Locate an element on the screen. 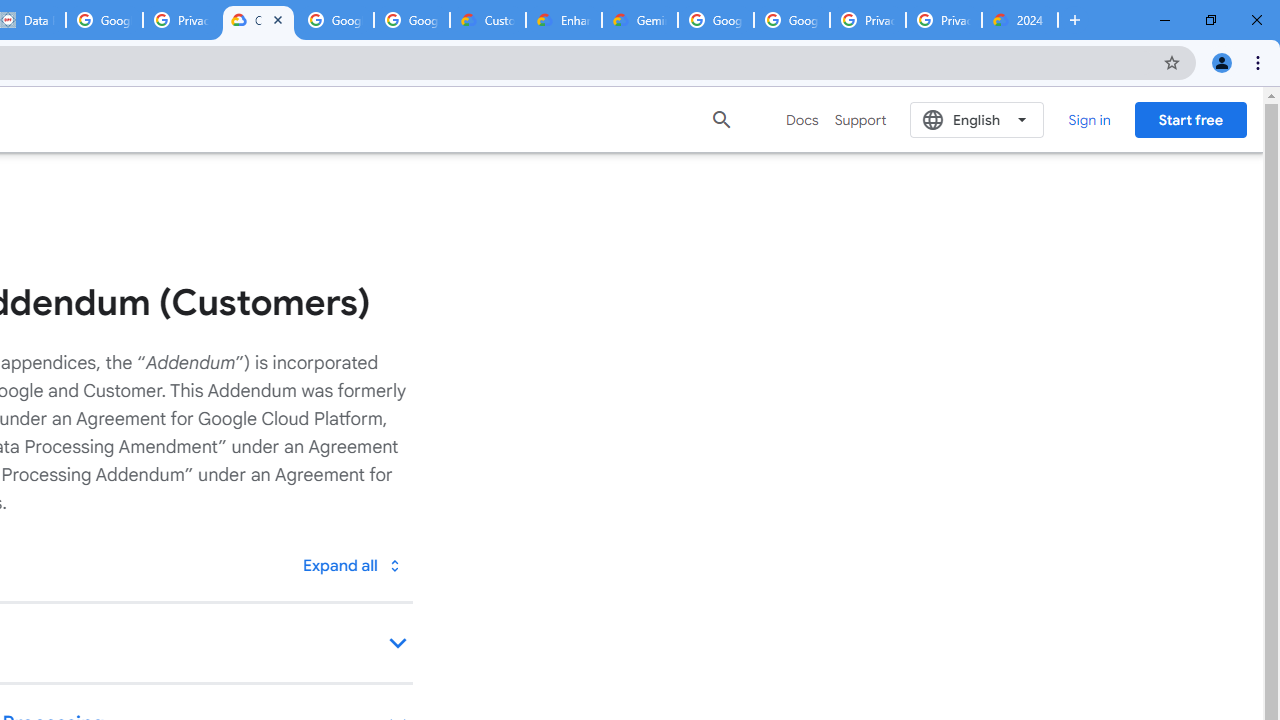  'Gemini for Business and Developers | Google Cloud' is located at coordinates (640, 20).